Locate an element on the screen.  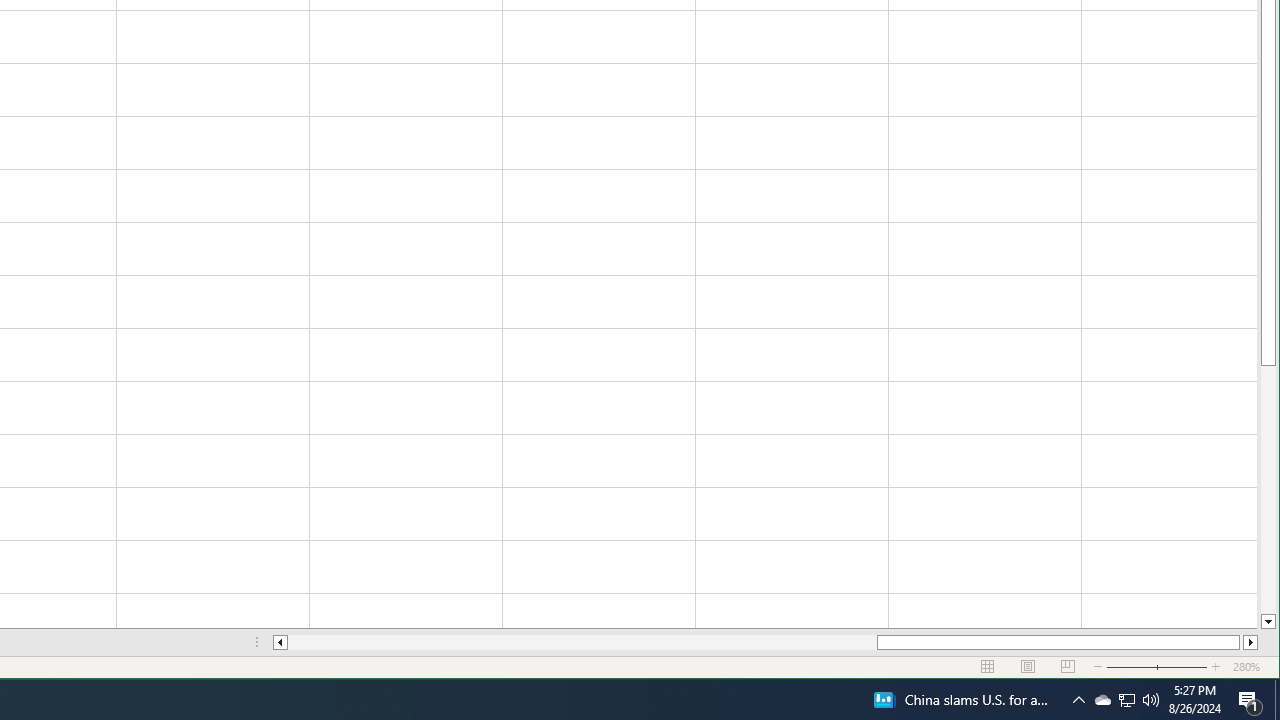
'Q2790: 100%' is located at coordinates (1101, 698).